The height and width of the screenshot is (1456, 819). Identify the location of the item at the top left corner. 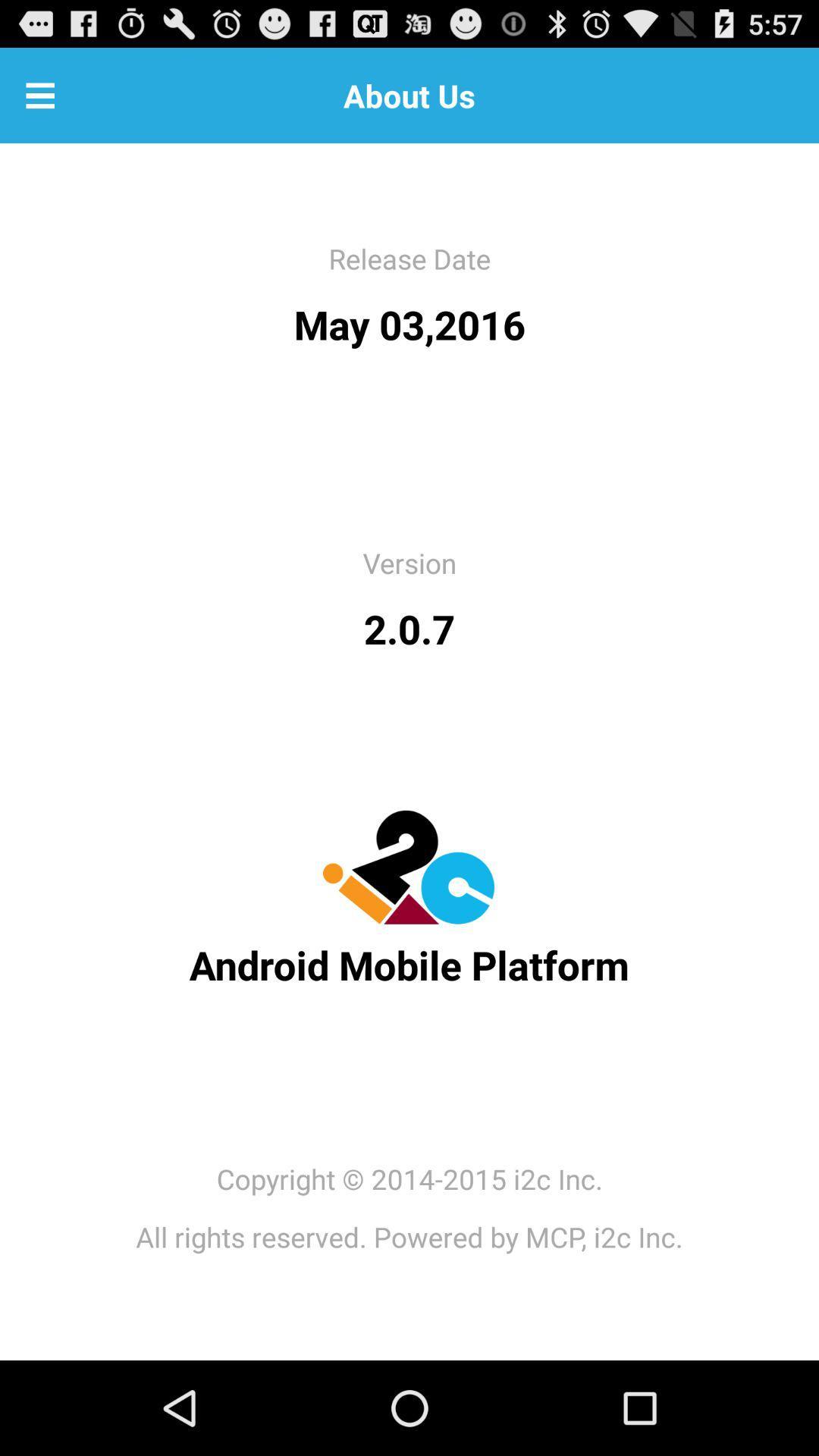
(39, 94).